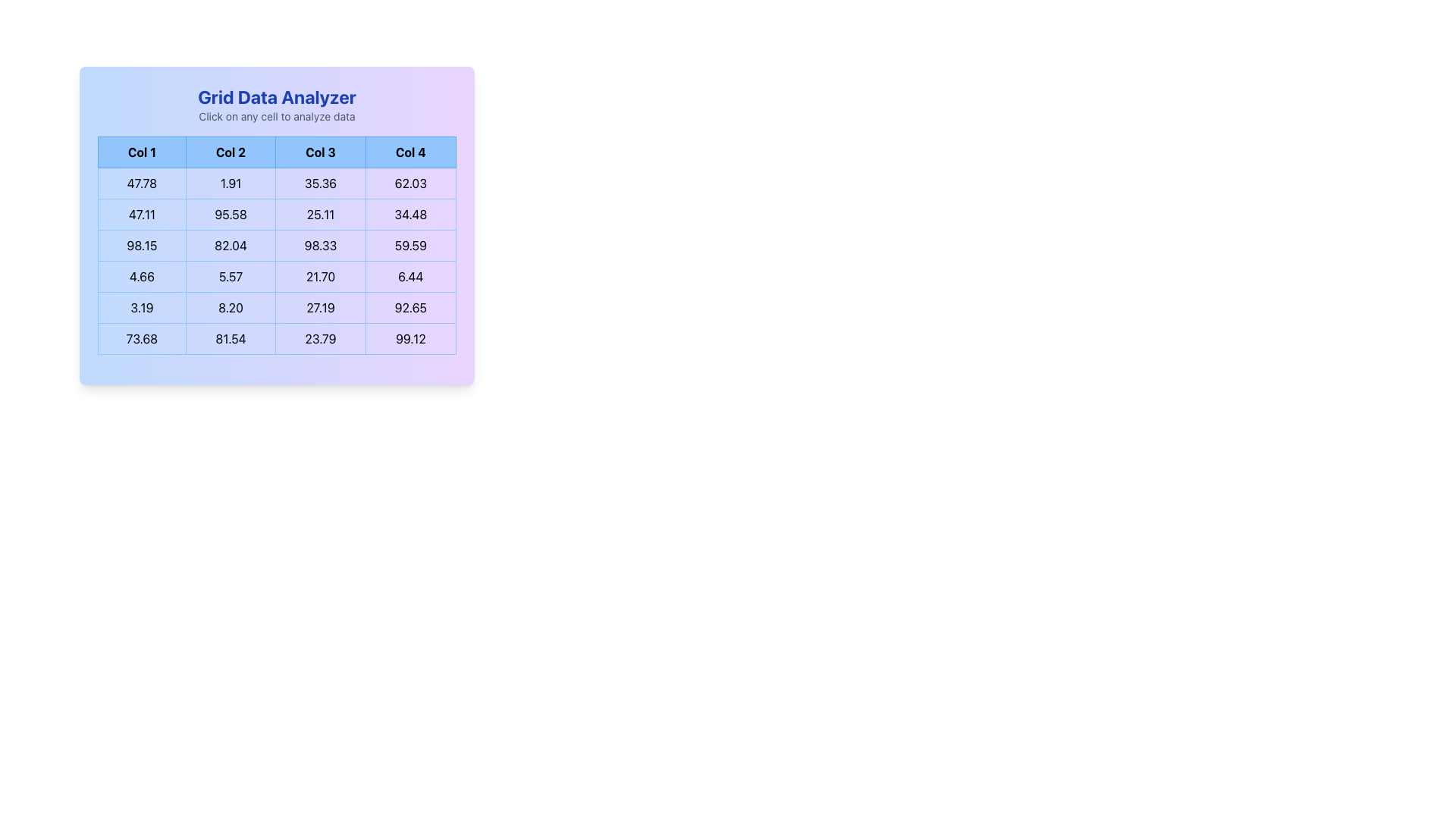 Image resolution: width=1456 pixels, height=819 pixels. Describe the element at coordinates (319, 307) in the screenshot. I see `text content of the data grid cell displaying the numeric value '27.19', which is the third cell in the fourth row of the grid` at that location.